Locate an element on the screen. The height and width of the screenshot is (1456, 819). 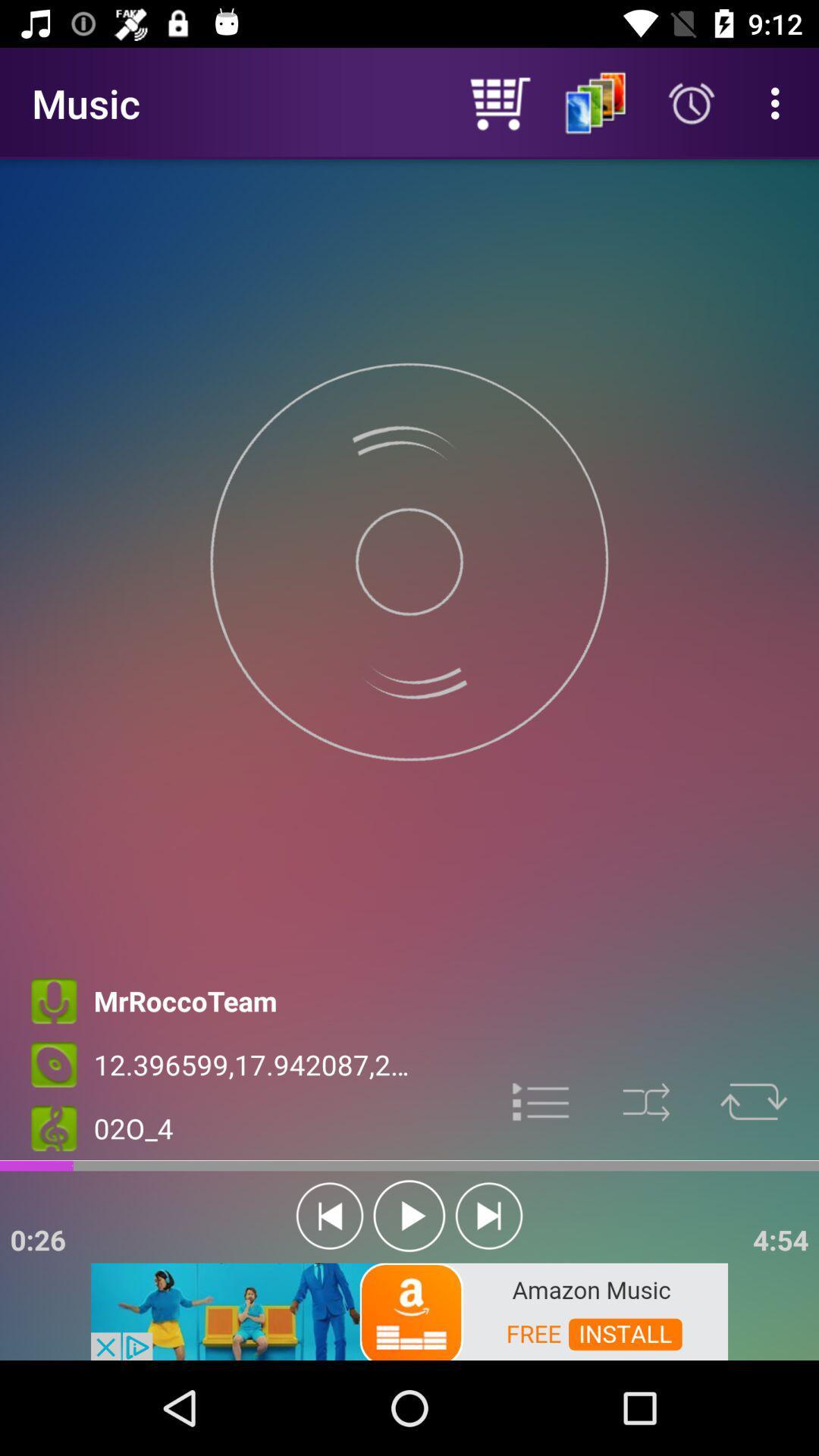
see advertisement is located at coordinates (409, 1310).